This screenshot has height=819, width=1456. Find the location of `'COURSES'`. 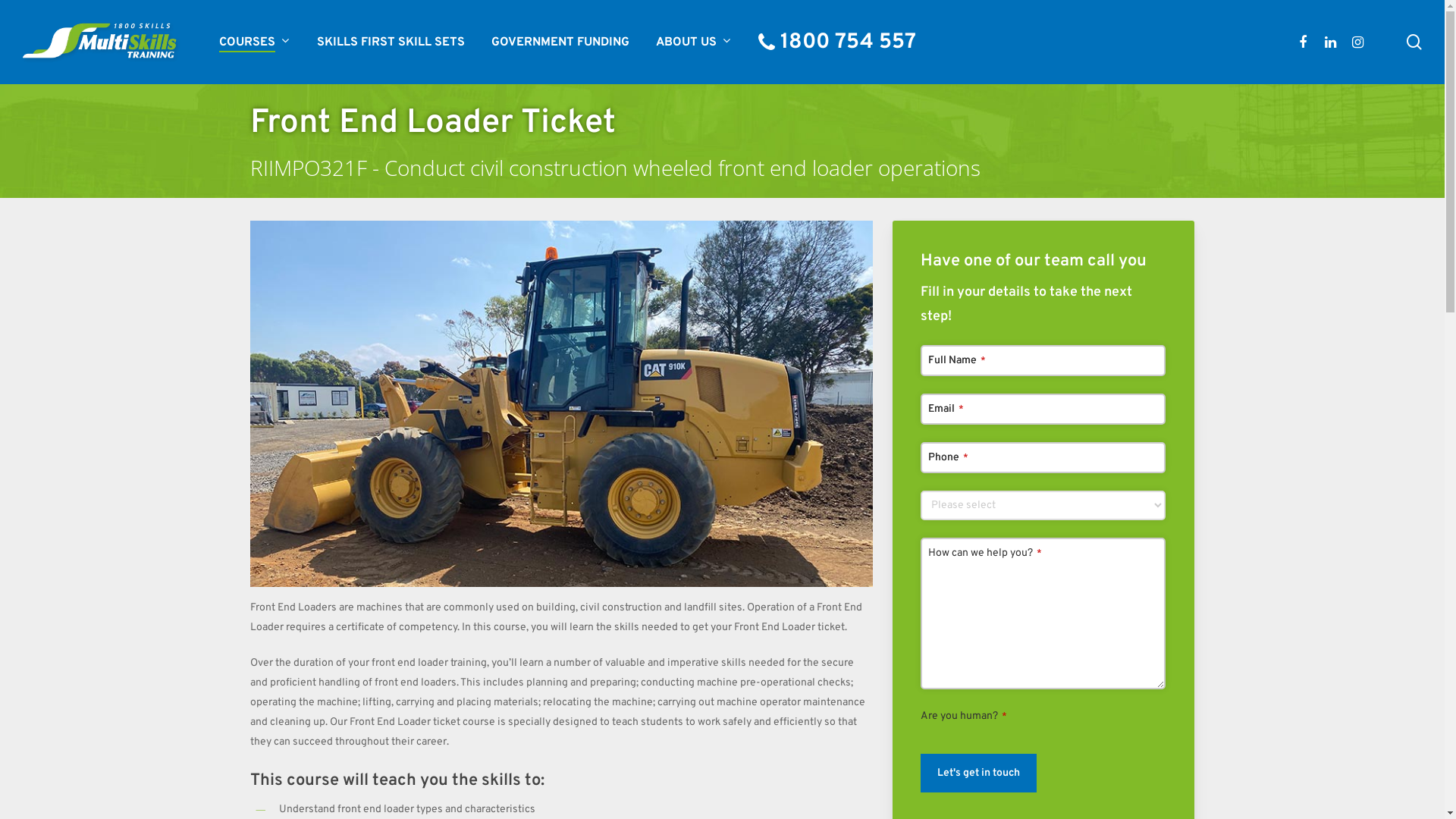

'COURSES' is located at coordinates (255, 40).